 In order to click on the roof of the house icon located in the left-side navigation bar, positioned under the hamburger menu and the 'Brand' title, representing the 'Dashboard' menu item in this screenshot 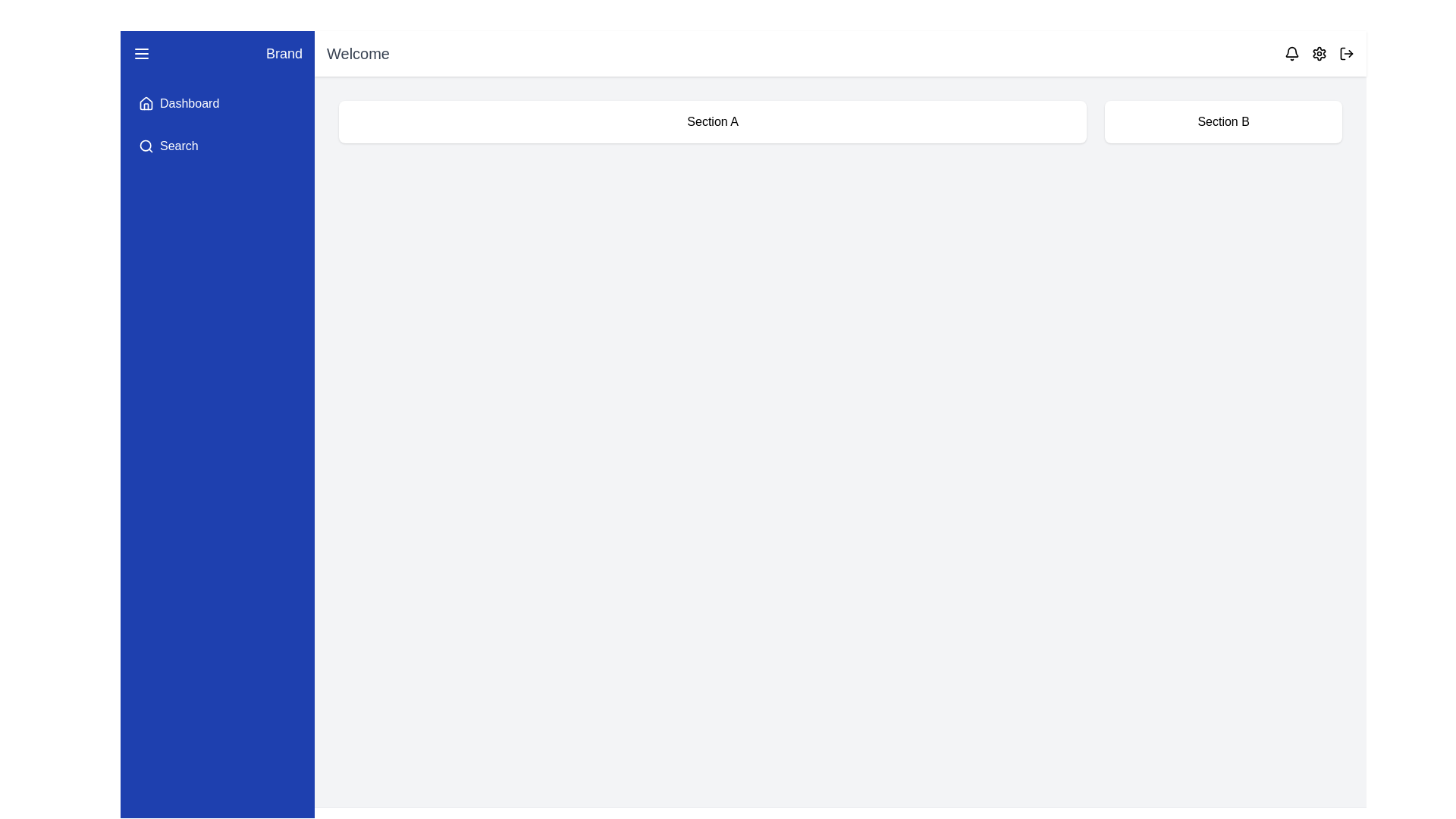, I will do `click(146, 102)`.